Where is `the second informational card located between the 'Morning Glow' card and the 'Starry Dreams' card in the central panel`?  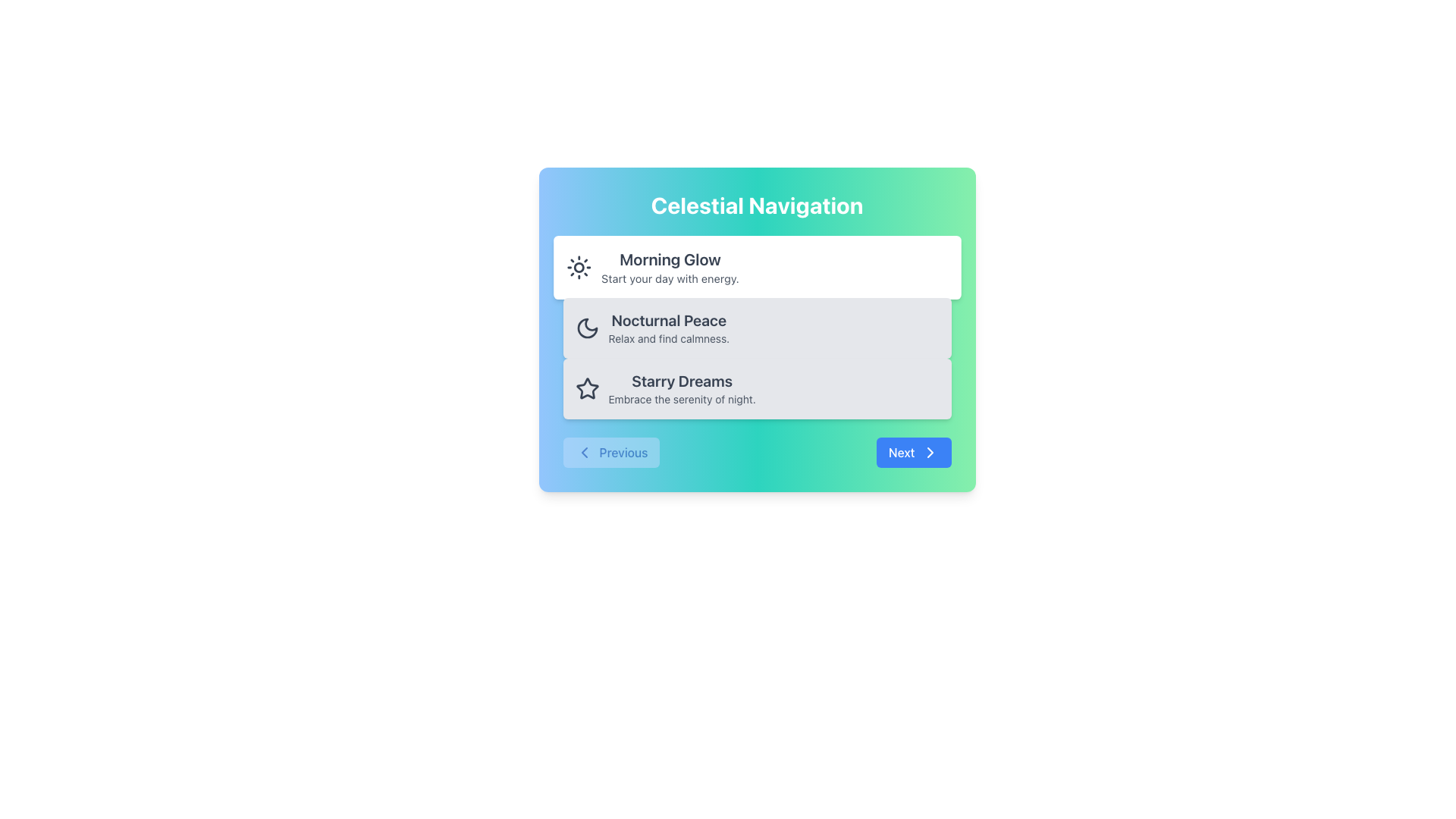
the second informational card located between the 'Morning Glow' card and the 'Starry Dreams' card in the central panel is located at coordinates (757, 327).